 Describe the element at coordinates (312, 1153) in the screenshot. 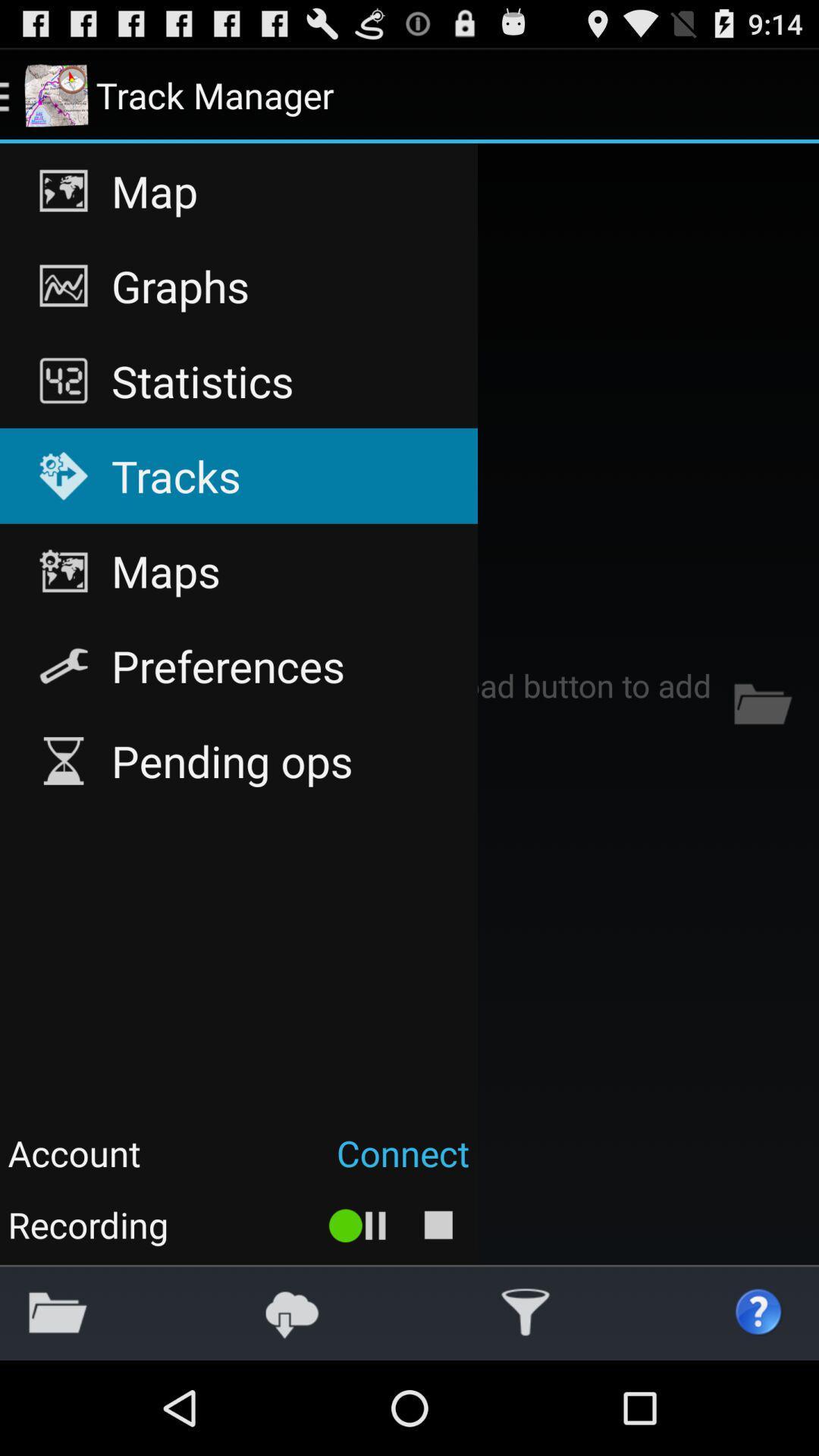

I see `the icon to the right of the account item` at that location.